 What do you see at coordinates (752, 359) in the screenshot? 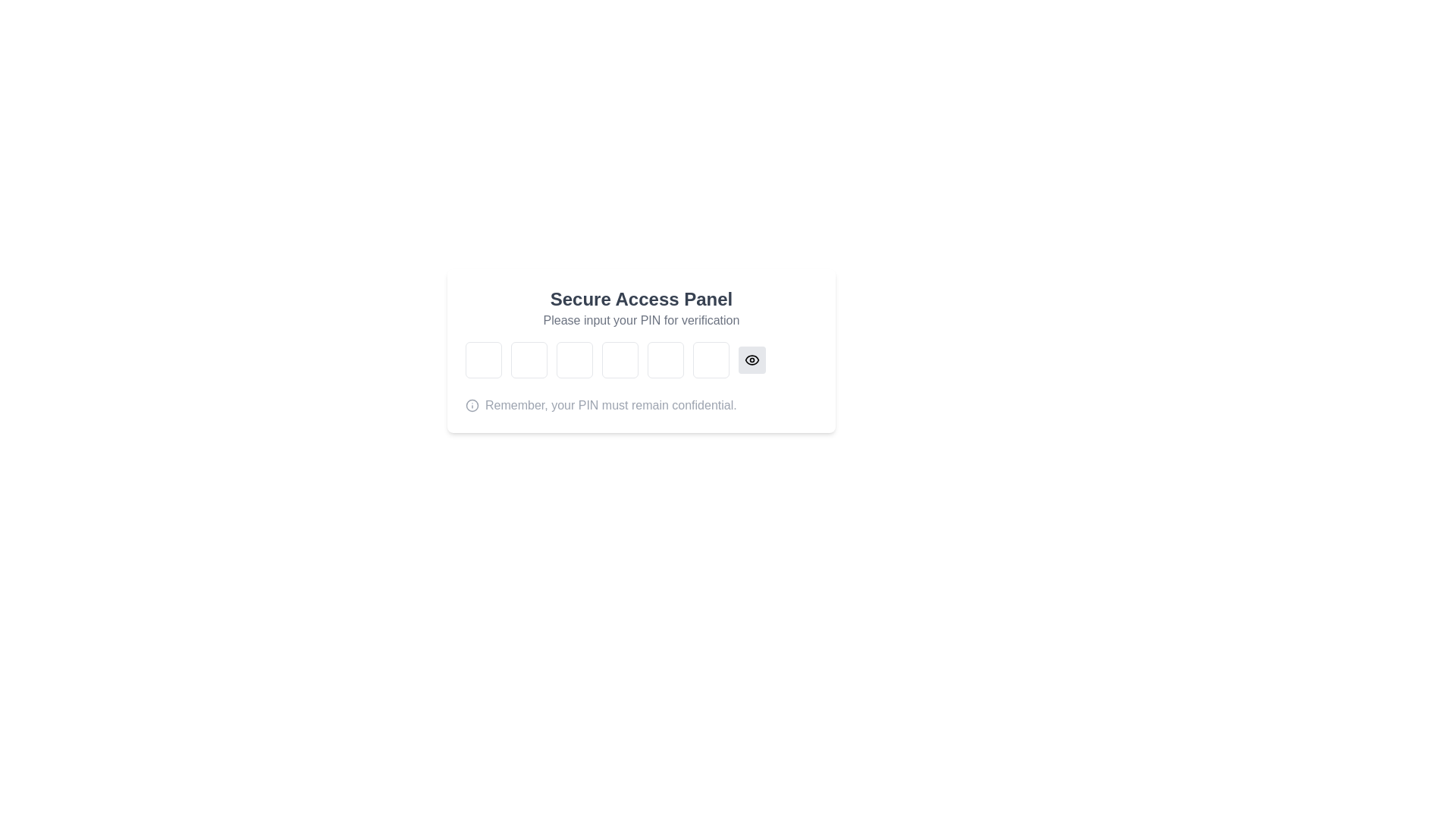
I see `the toggle button located to the right of the six square password input fields to activate its hover styles` at bounding box center [752, 359].